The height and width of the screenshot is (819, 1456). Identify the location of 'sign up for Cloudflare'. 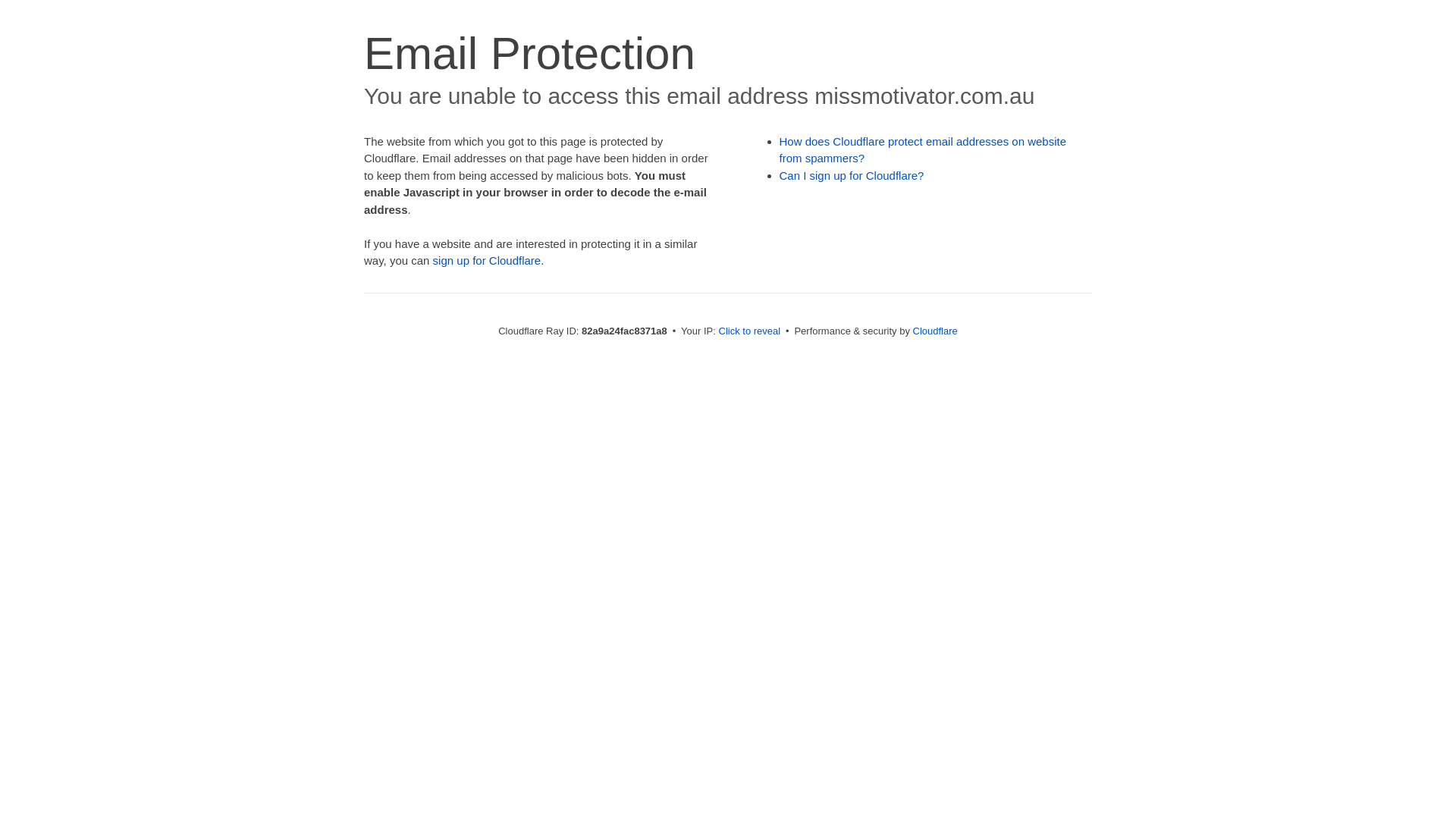
(487, 259).